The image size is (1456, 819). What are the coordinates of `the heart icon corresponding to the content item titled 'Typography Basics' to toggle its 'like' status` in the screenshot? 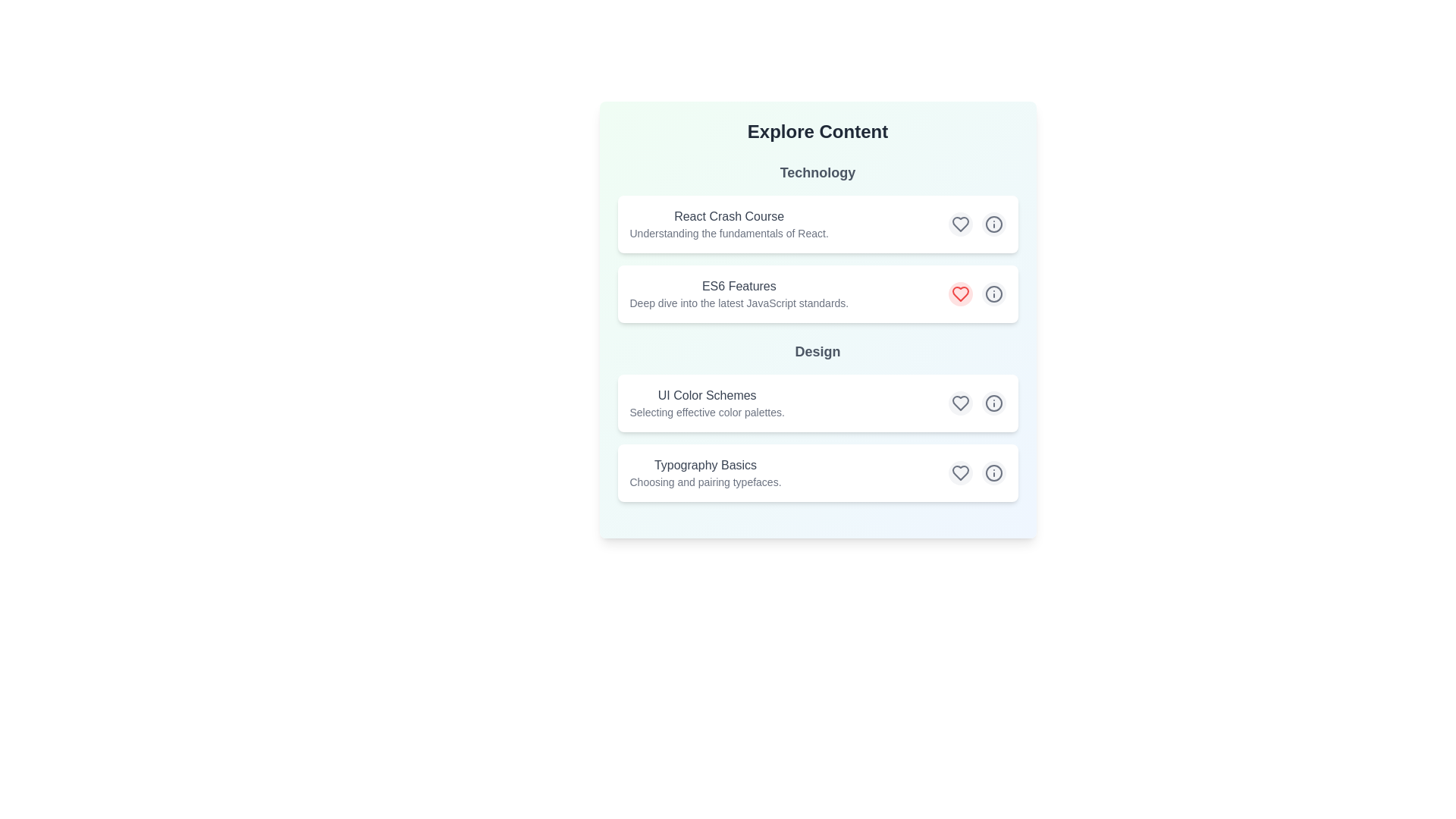 It's located at (959, 472).